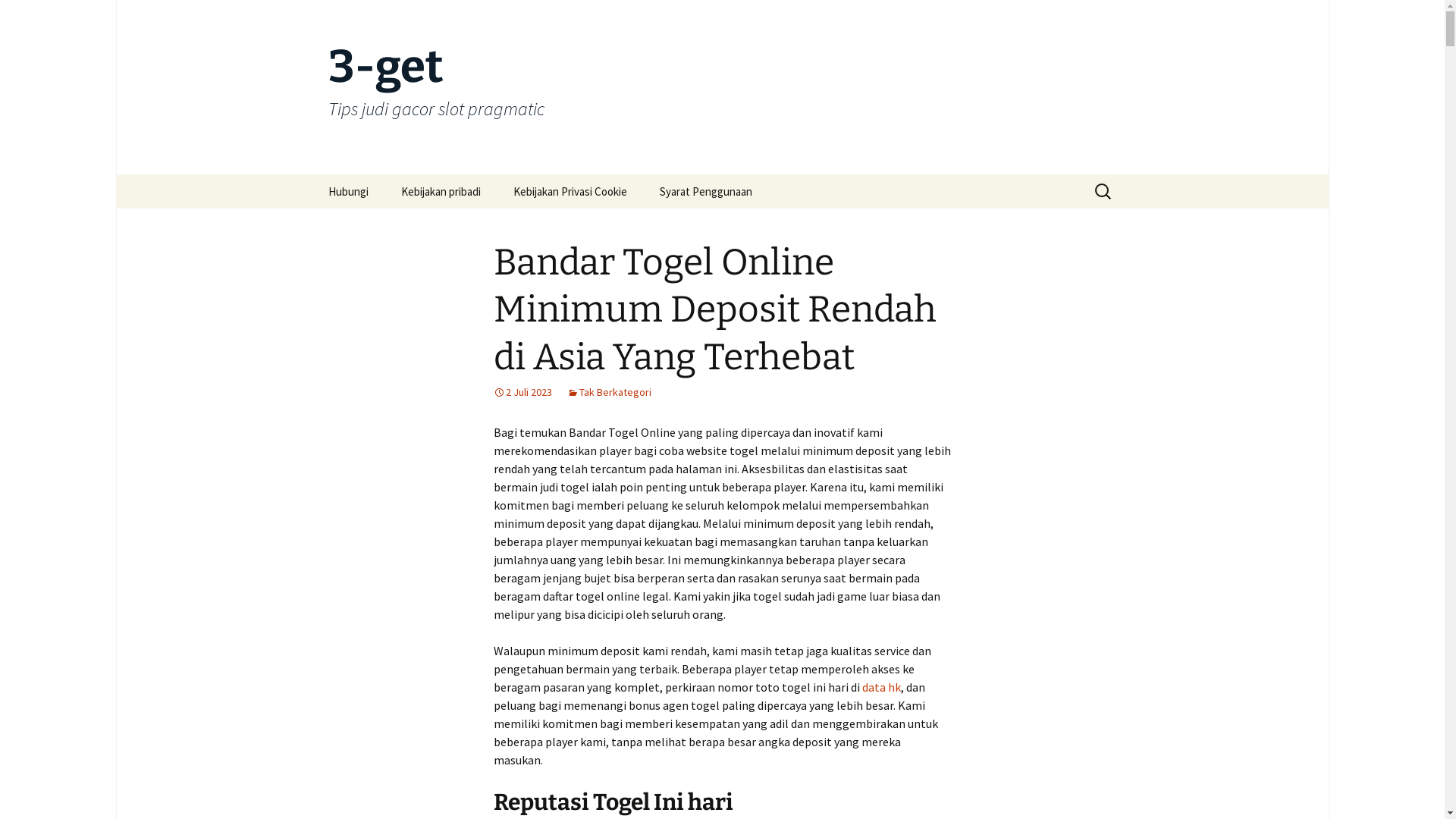 This screenshot has height=819, width=1456. Describe the element at coordinates (705, 190) in the screenshot. I see `'Syarat Penggunaan'` at that location.